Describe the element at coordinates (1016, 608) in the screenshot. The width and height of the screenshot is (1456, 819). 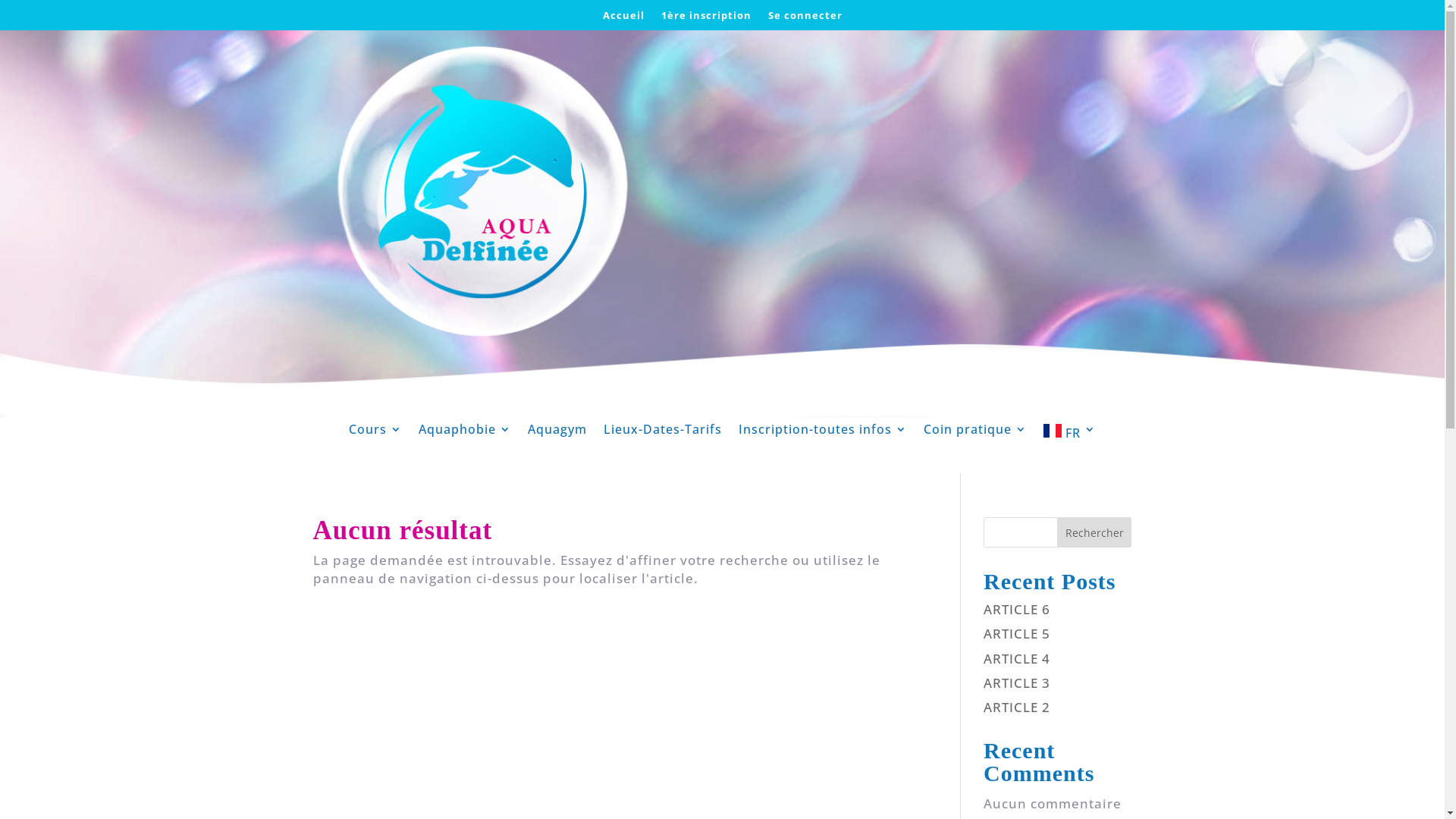
I see `'ARTICLE 6'` at that location.